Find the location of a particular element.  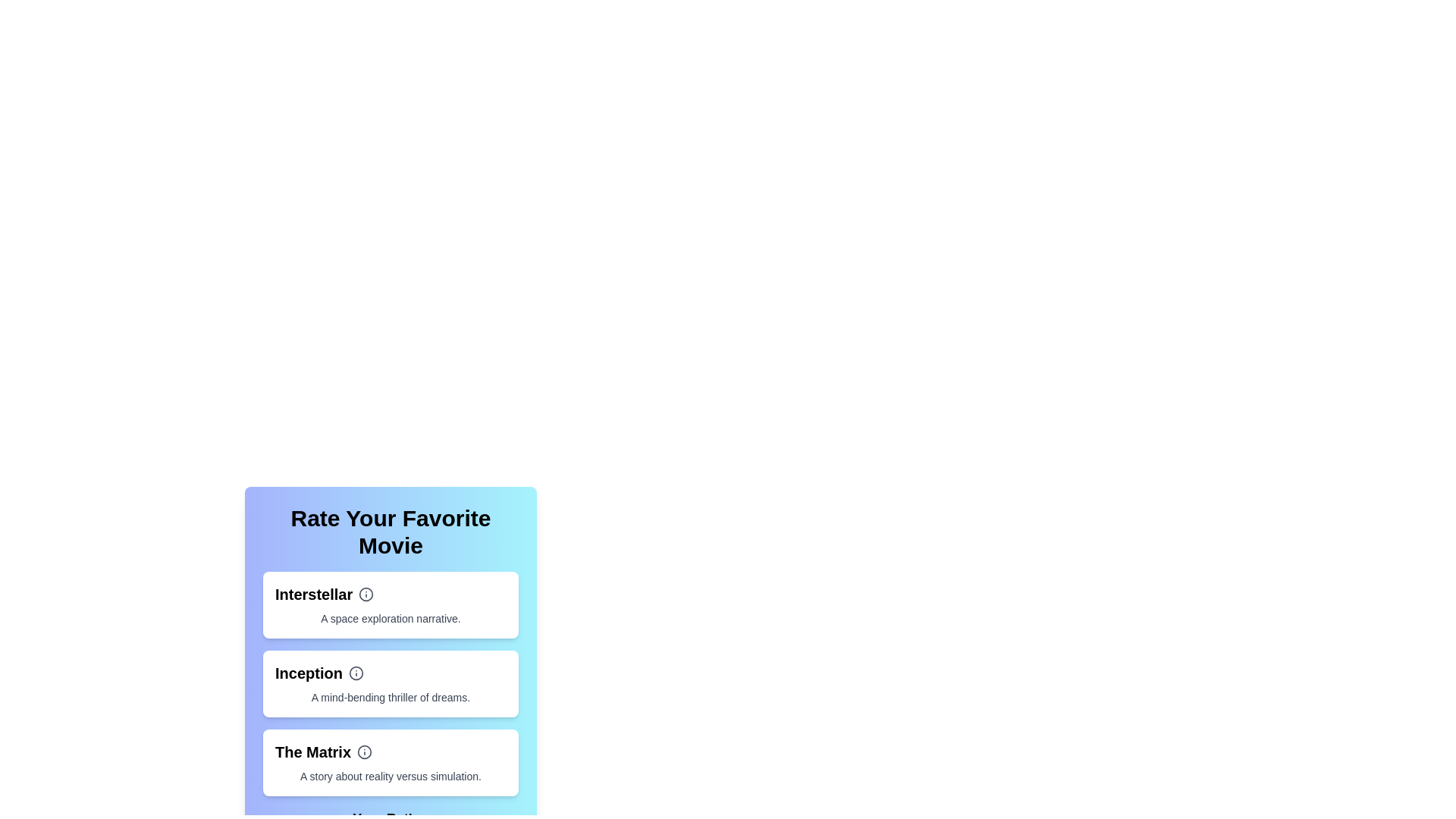

the Informational card displaying information about the movie 'Inception', which is the second card in a list of three movie cards is located at coordinates (391, 684).